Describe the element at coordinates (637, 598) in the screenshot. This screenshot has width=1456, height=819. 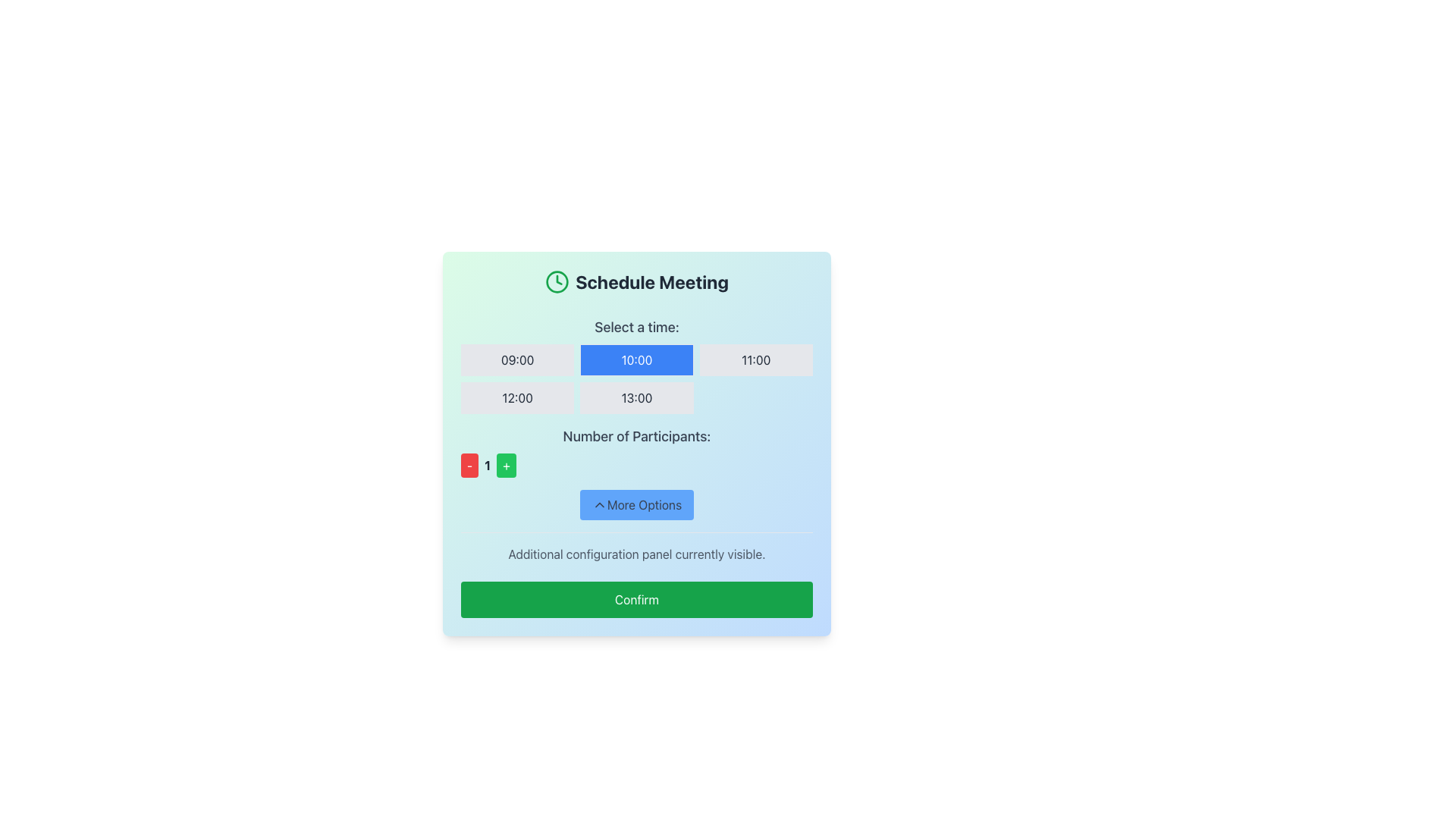
I see `the confirmation button at the bottom-center of the 'Schedule Meeting' modal` at that location.